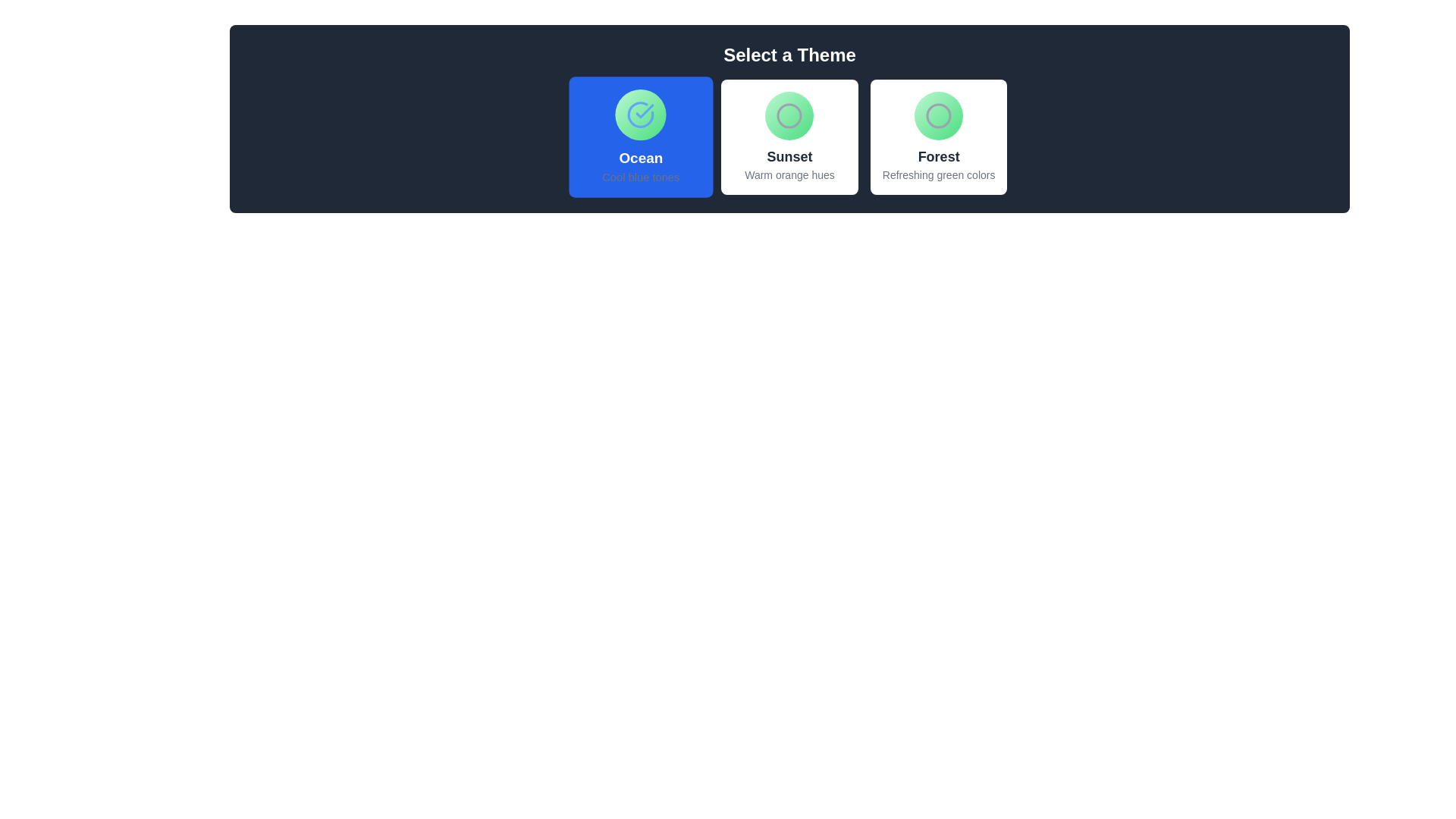 This screenshot has height=819, width=1456. I want to click on the static text element displaying the word 'Ocean', which is styled in a bold font and located centrally within a blue-themed card-like component, so click(640, 158).